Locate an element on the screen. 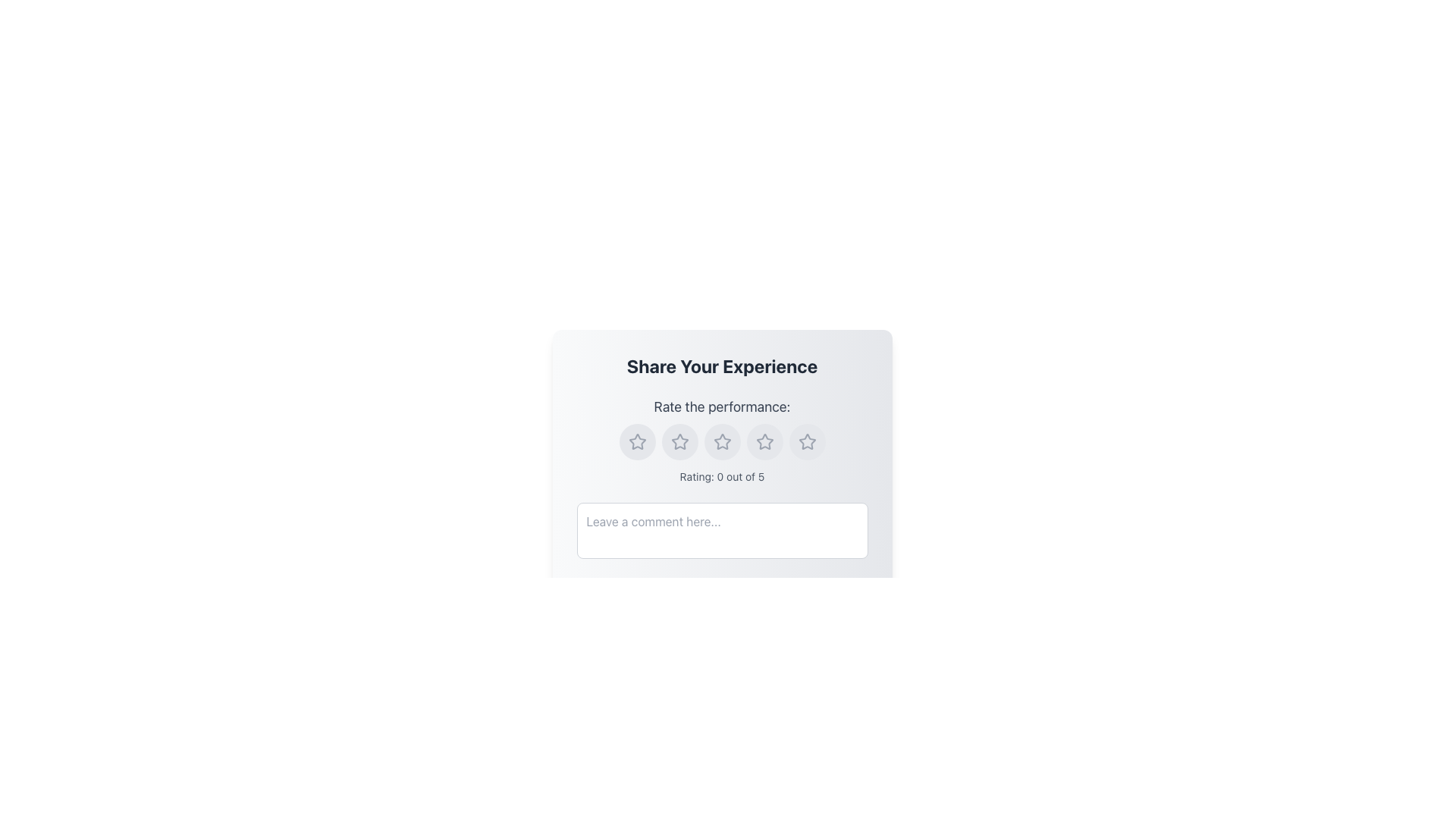 Image resolution: width=1456 pixels, height=819 pixels. the fifth star button in the 5-star rating system is located at coordinates (806, 441).